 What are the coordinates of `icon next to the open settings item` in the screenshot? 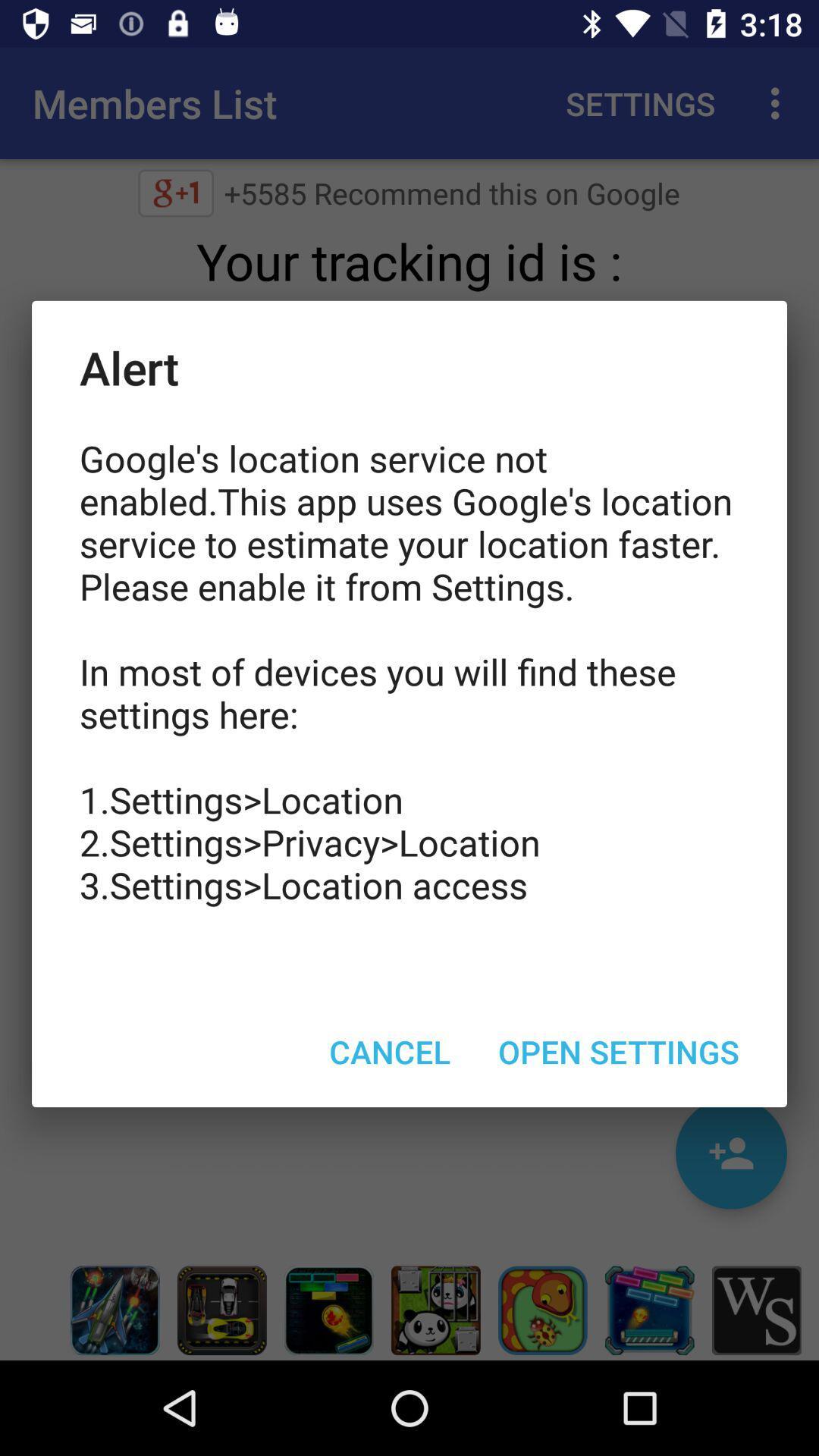 It's located at (389, 1050).